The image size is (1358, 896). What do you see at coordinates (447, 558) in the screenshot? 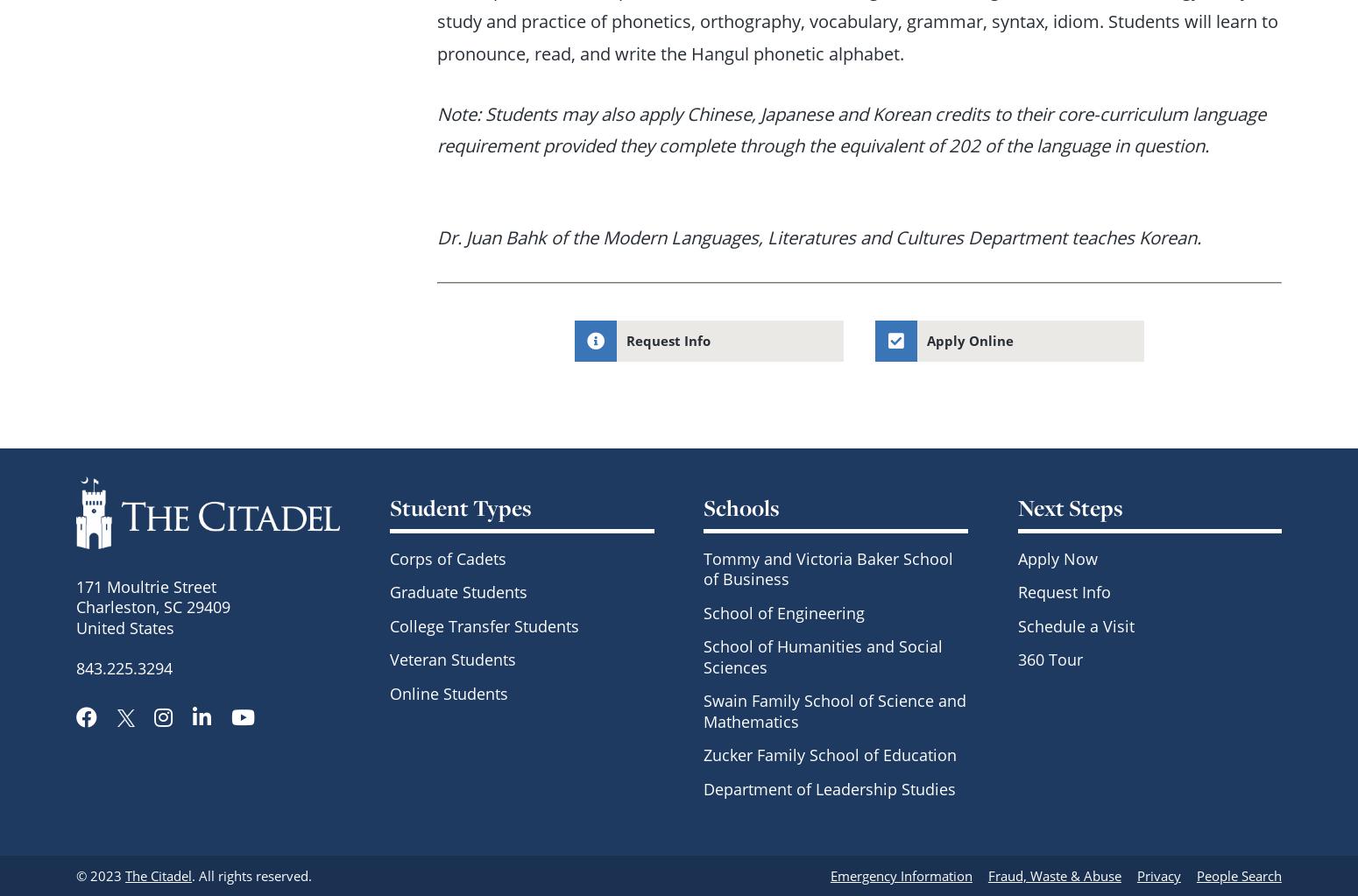
I see `'Corps of Cadets'` at bounding box center [447, 558].